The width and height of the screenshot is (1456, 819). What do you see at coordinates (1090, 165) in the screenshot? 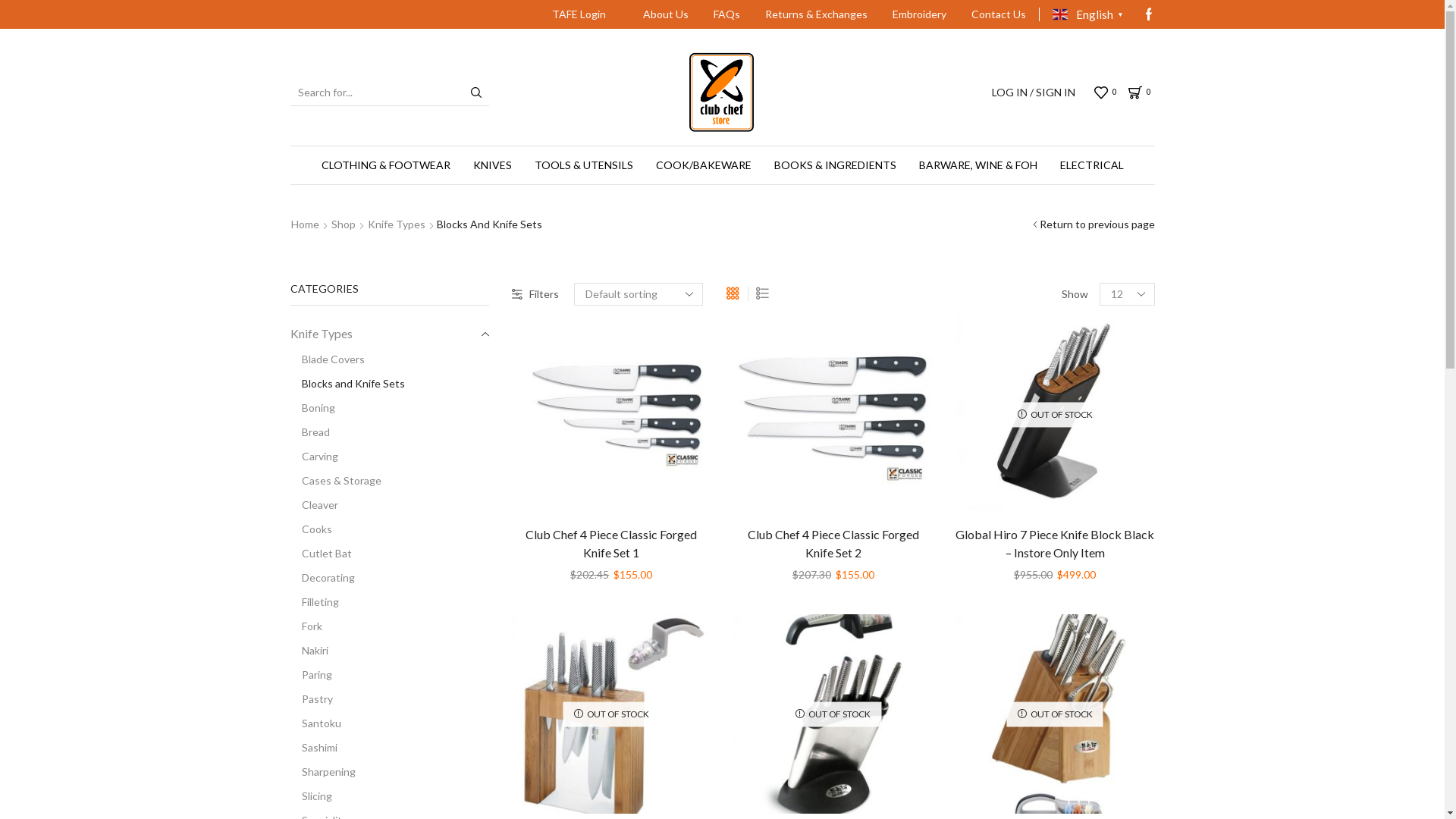
I see `'ELECTRICAL'` at bounding box center [1090, 165].